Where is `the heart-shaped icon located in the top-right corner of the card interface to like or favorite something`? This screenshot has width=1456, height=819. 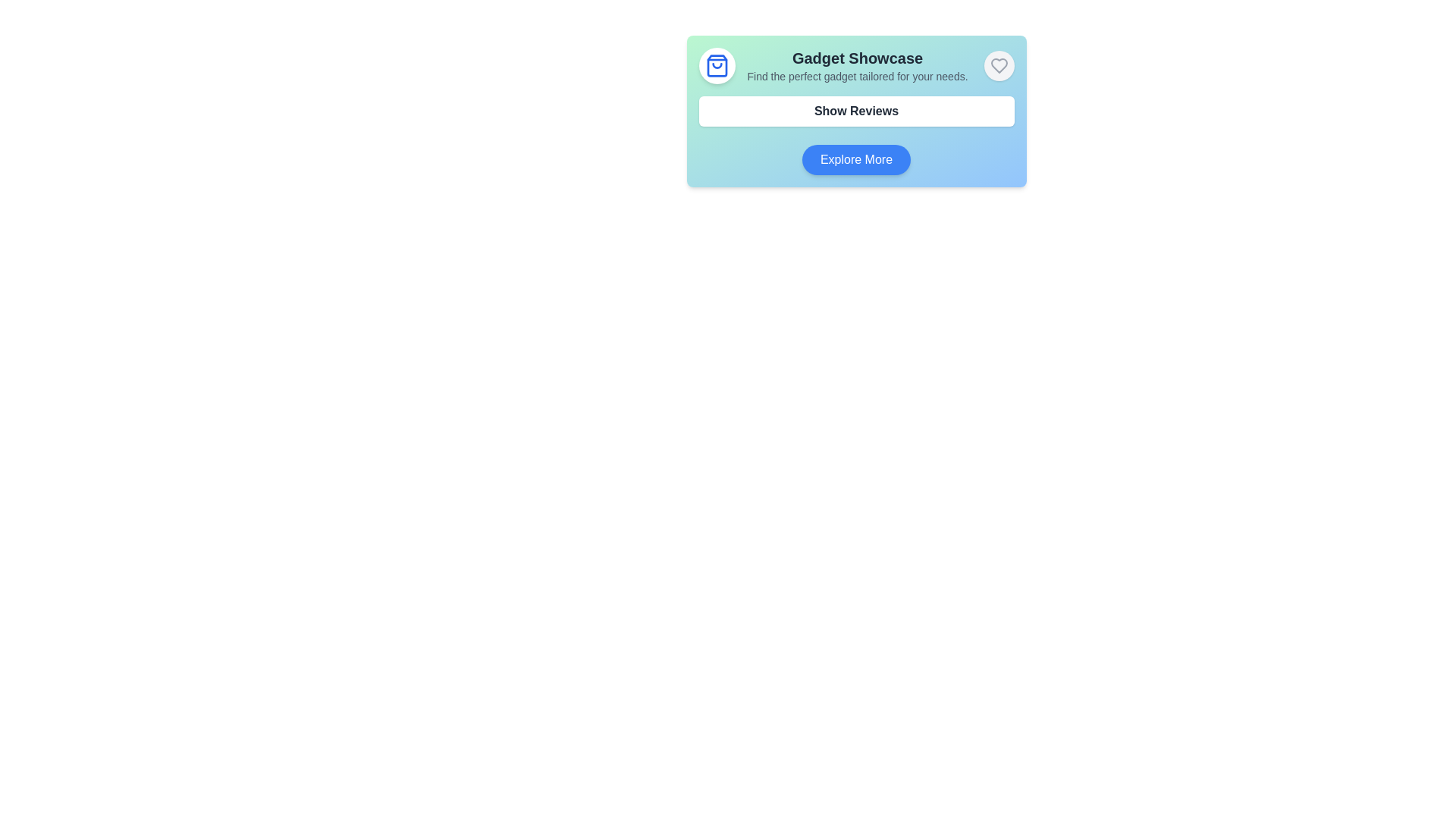
the heart-shaped icon located in the top-right corner of the card interface to like or favorite something is located at coordinates (999, 65).